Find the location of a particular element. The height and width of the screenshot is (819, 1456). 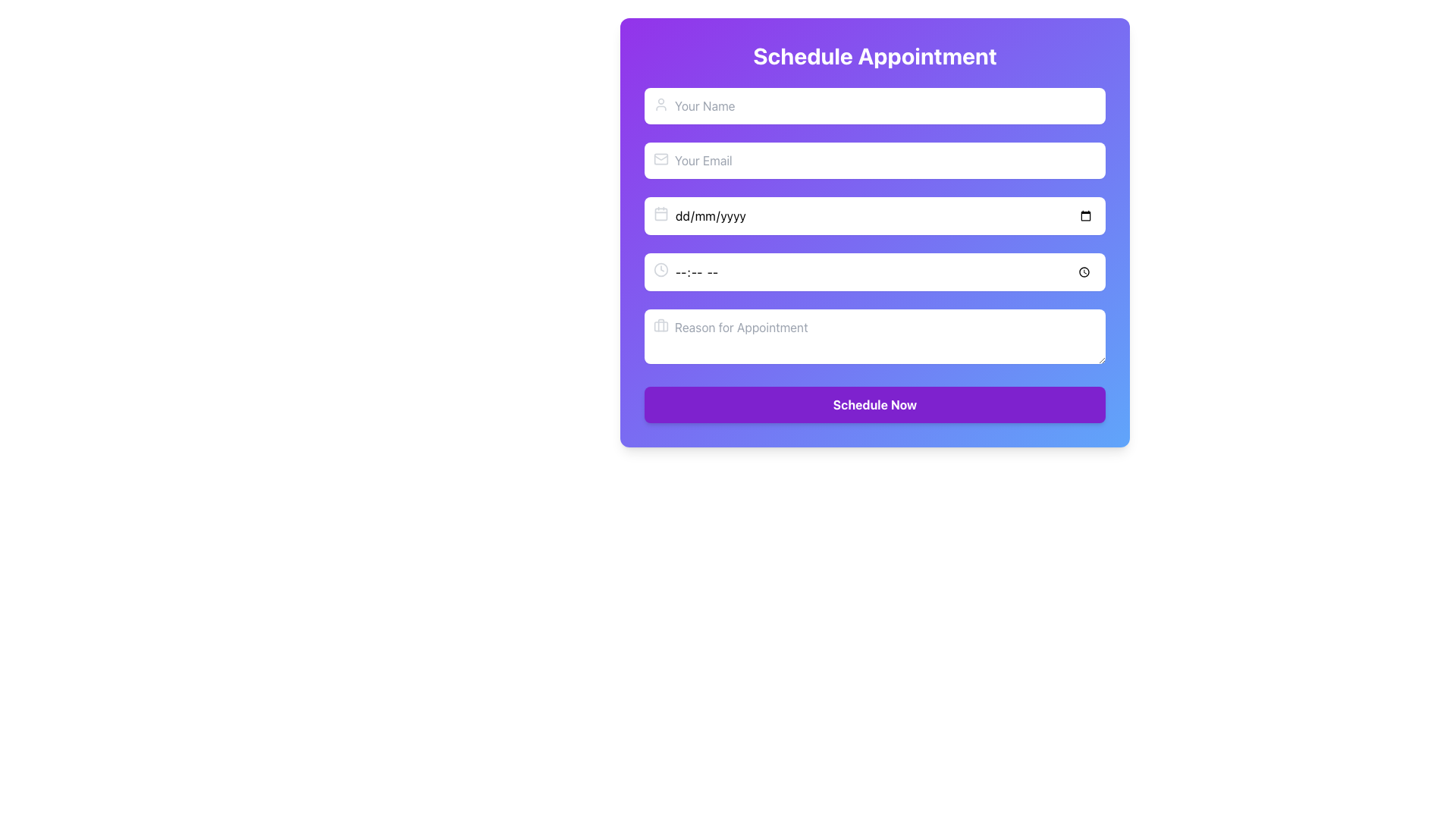

the 'Schedule Now' button, which is a full-width rectangular button with rounded corners, vibrant purple background, and bold white text, located at the bottom of a vertically aligned form after the 'Reason for Appointment' text box is located at coordinates (874, 403).